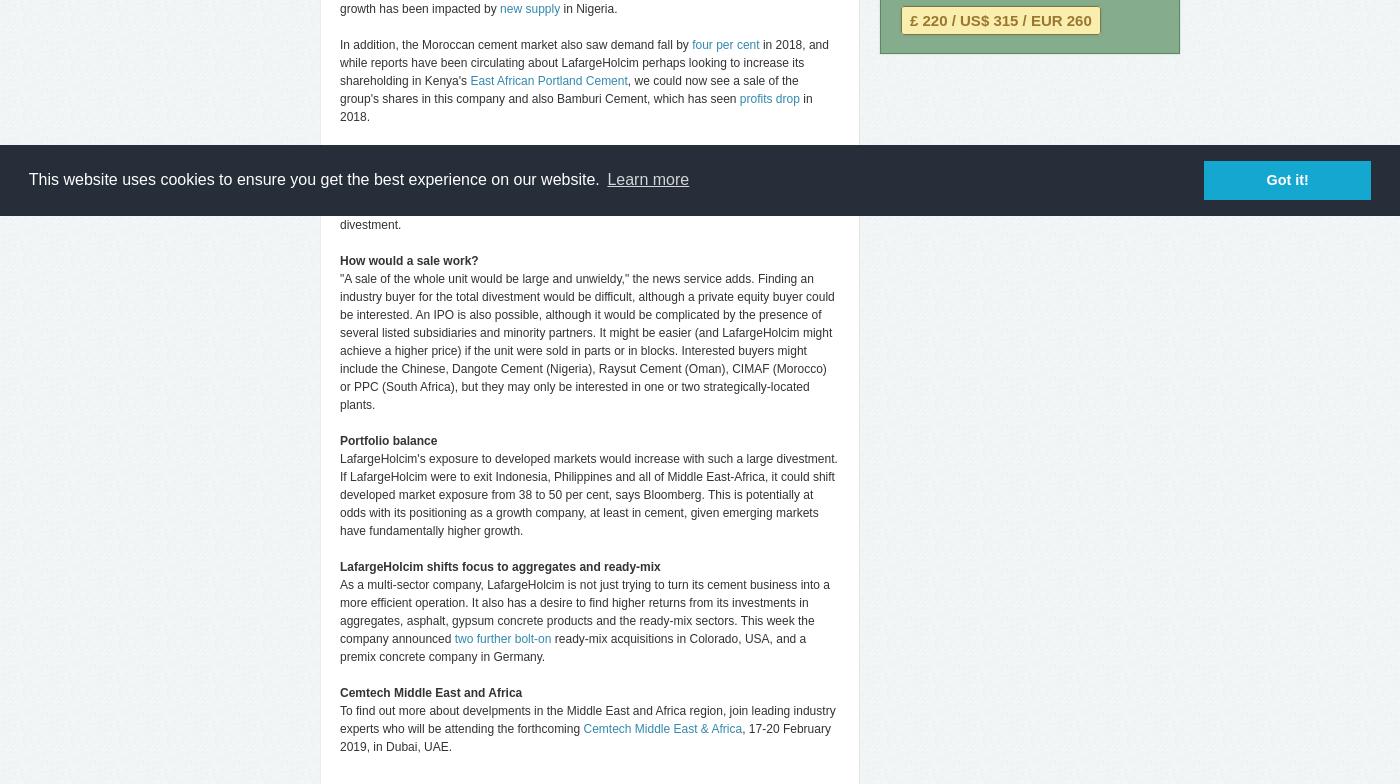  What do you see at coordinates (530, 9) in the screenshot?
I see `'new supply'` at bounding box center [530, 9].